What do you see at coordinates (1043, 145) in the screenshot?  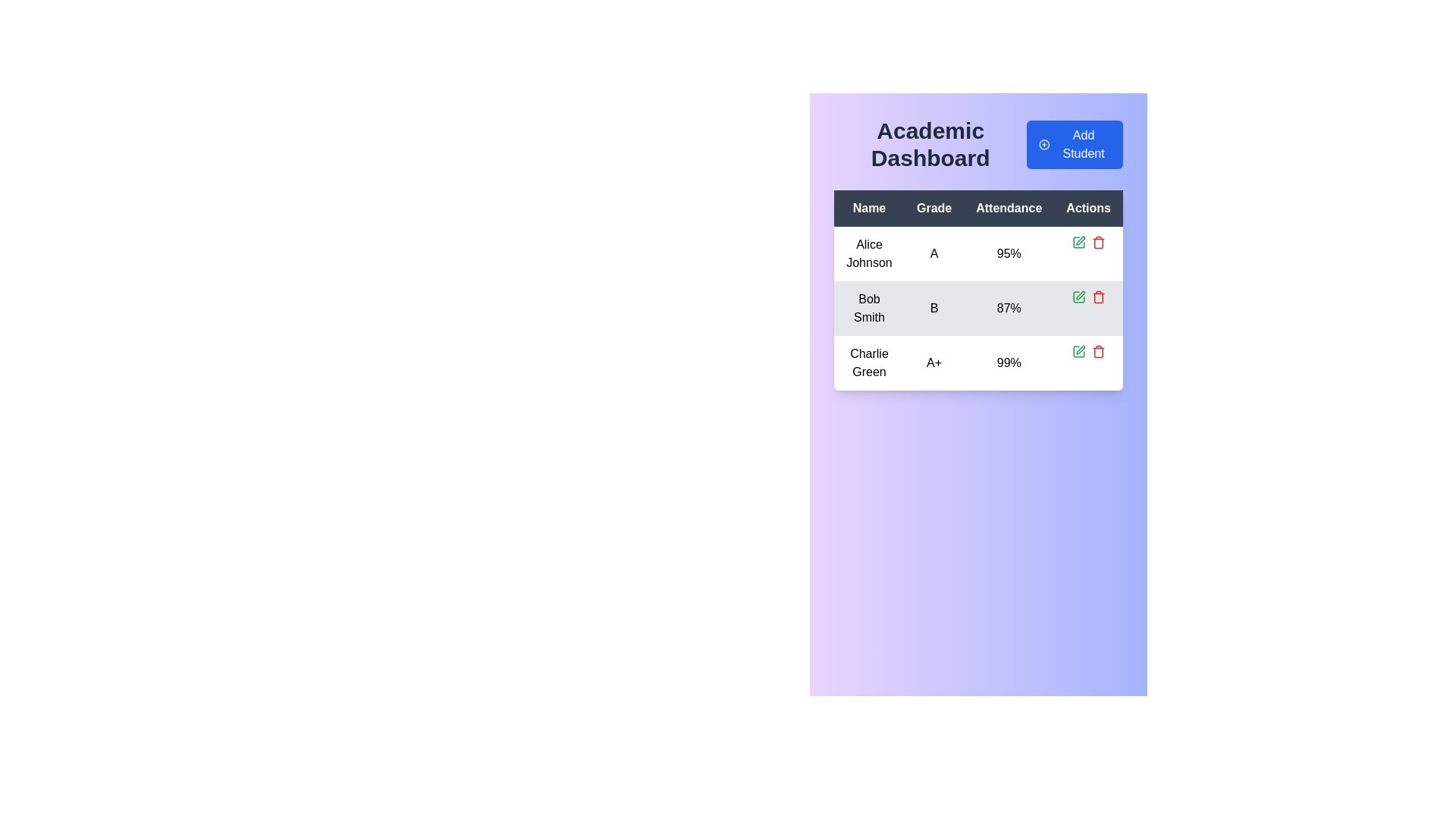 I see `the circular icon within the 'Add Student' button located at the top-right corner of the Academic Dashboard interface` at bounding box center [1043, 145].